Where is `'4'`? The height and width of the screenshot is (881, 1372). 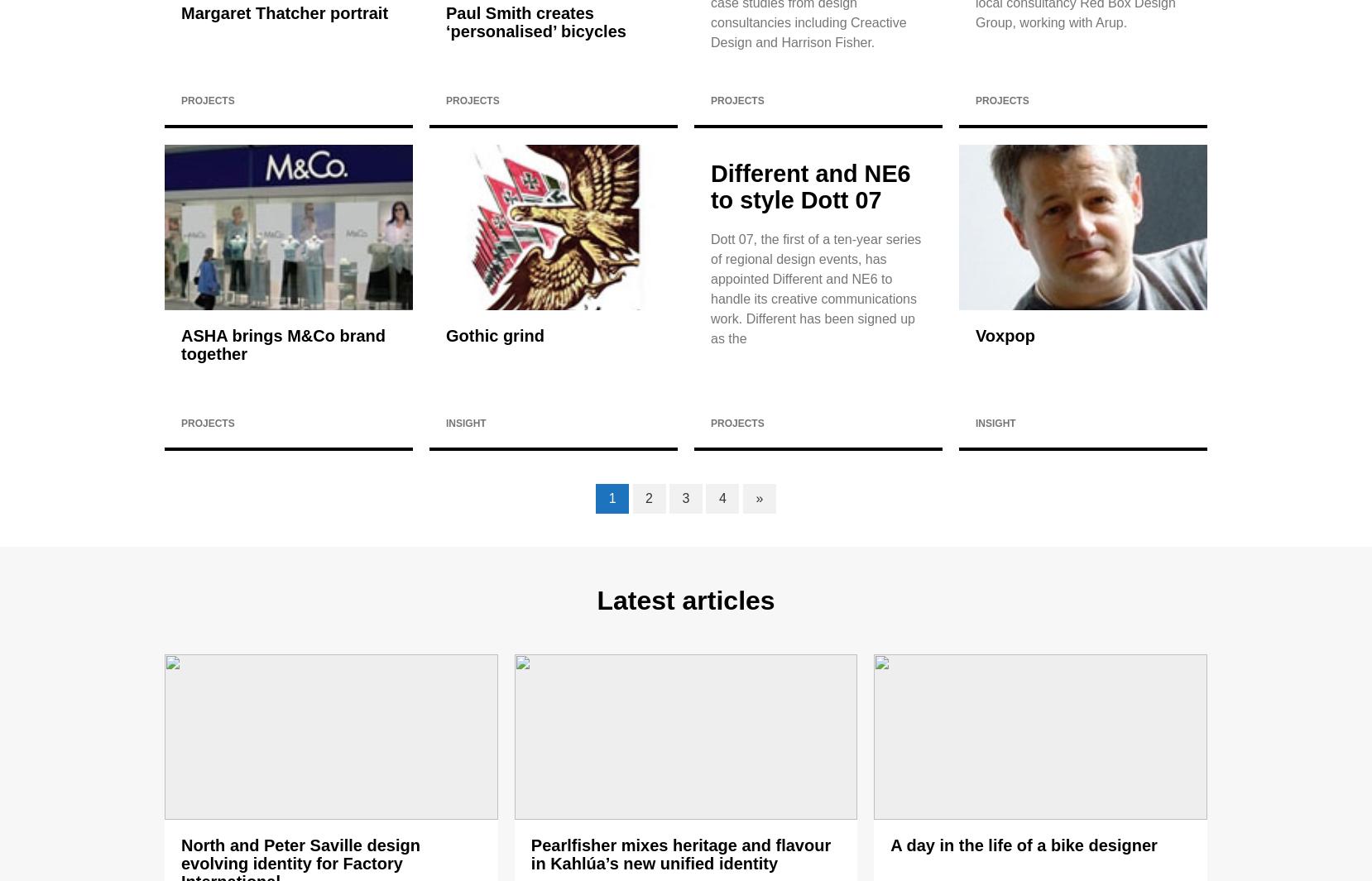 '4' is located at coordinates (721, 498).